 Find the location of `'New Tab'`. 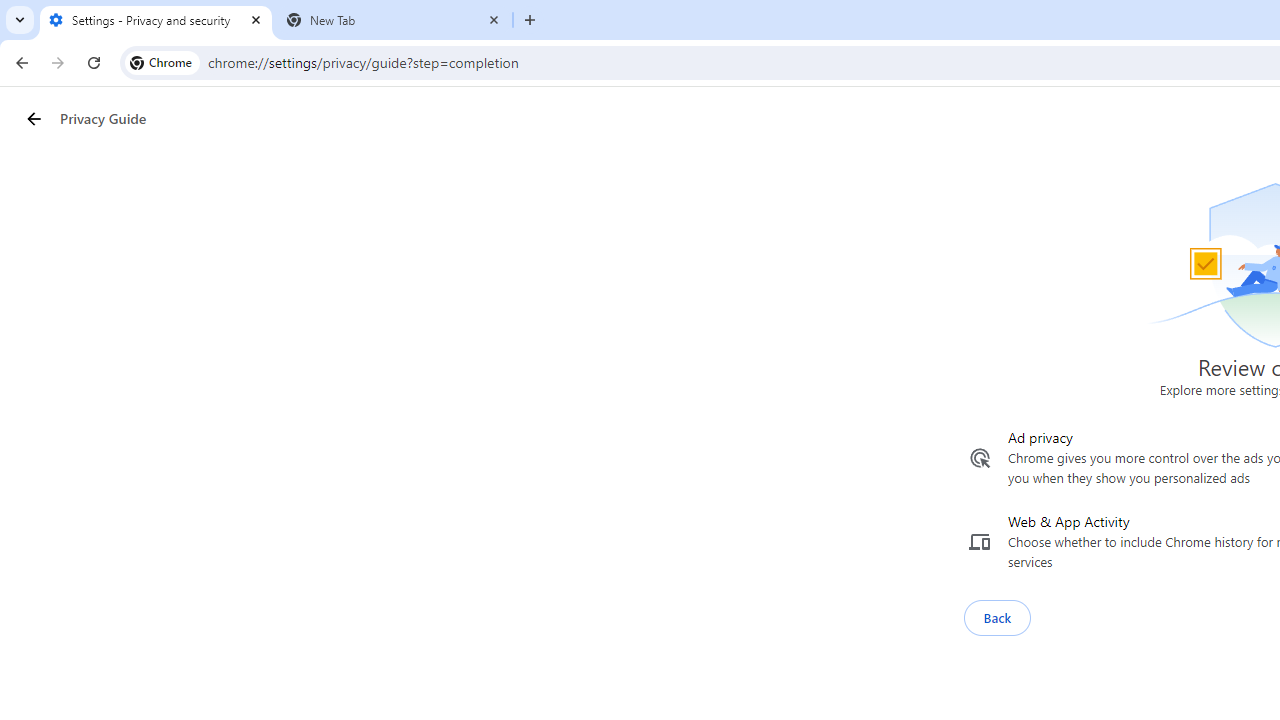

'New Tab' is located at coordinates (394, 20).